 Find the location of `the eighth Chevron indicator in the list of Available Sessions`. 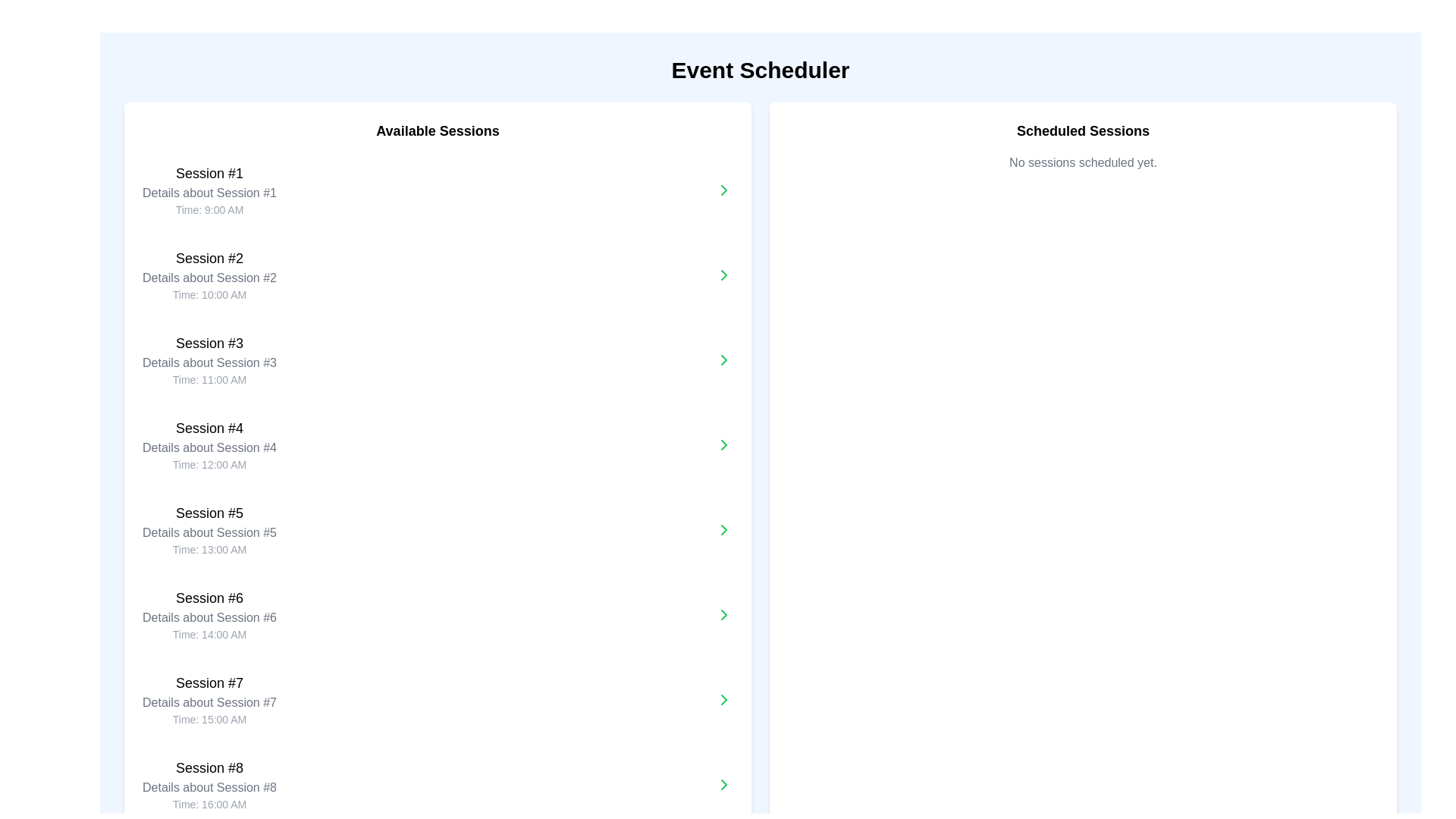

the eighth Chevron indicator in the list of Available Sessions is located at coordinates (723, 784).